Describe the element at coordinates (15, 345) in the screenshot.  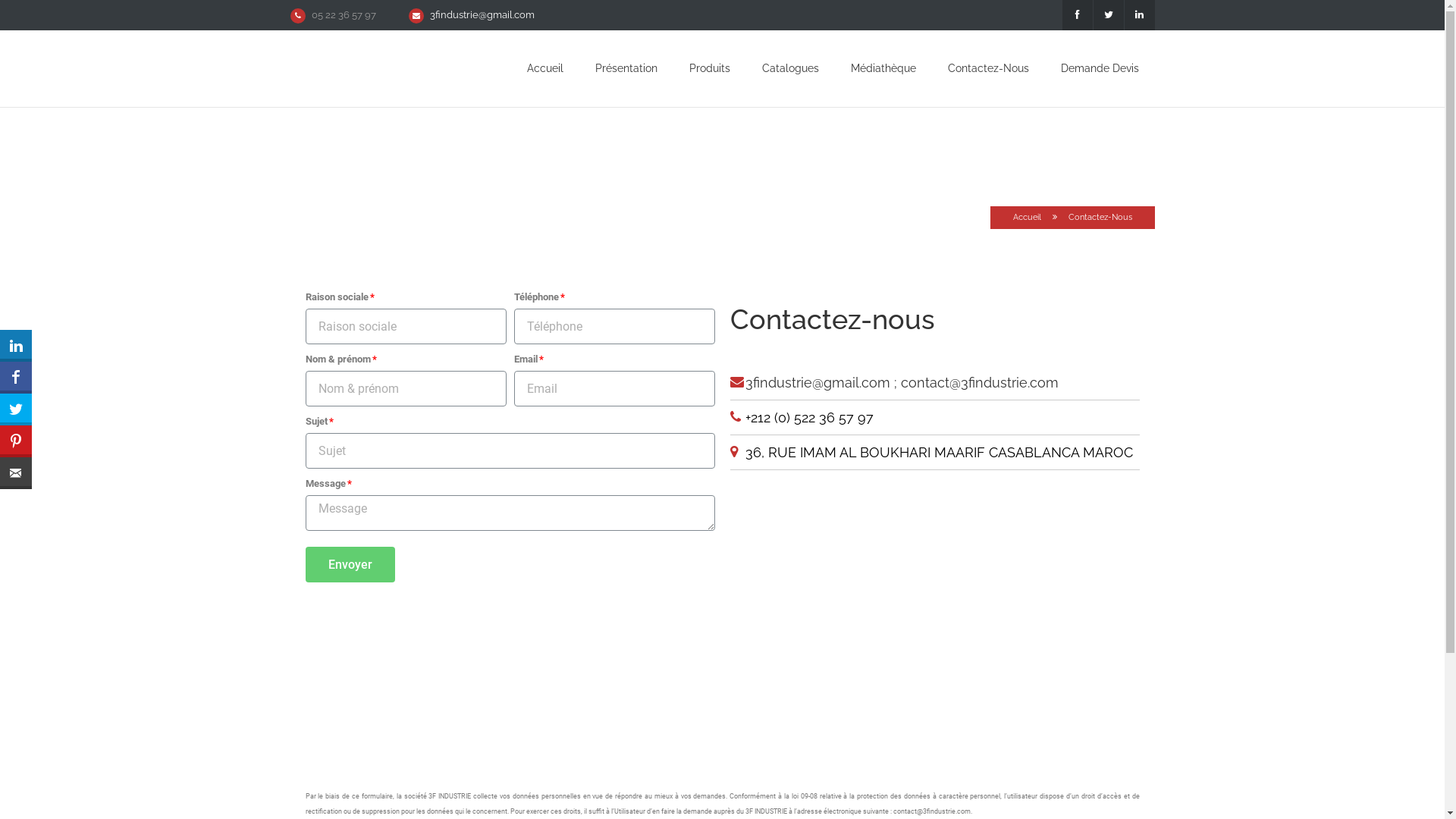
I see `'Share on LinkedIn'` at that location.